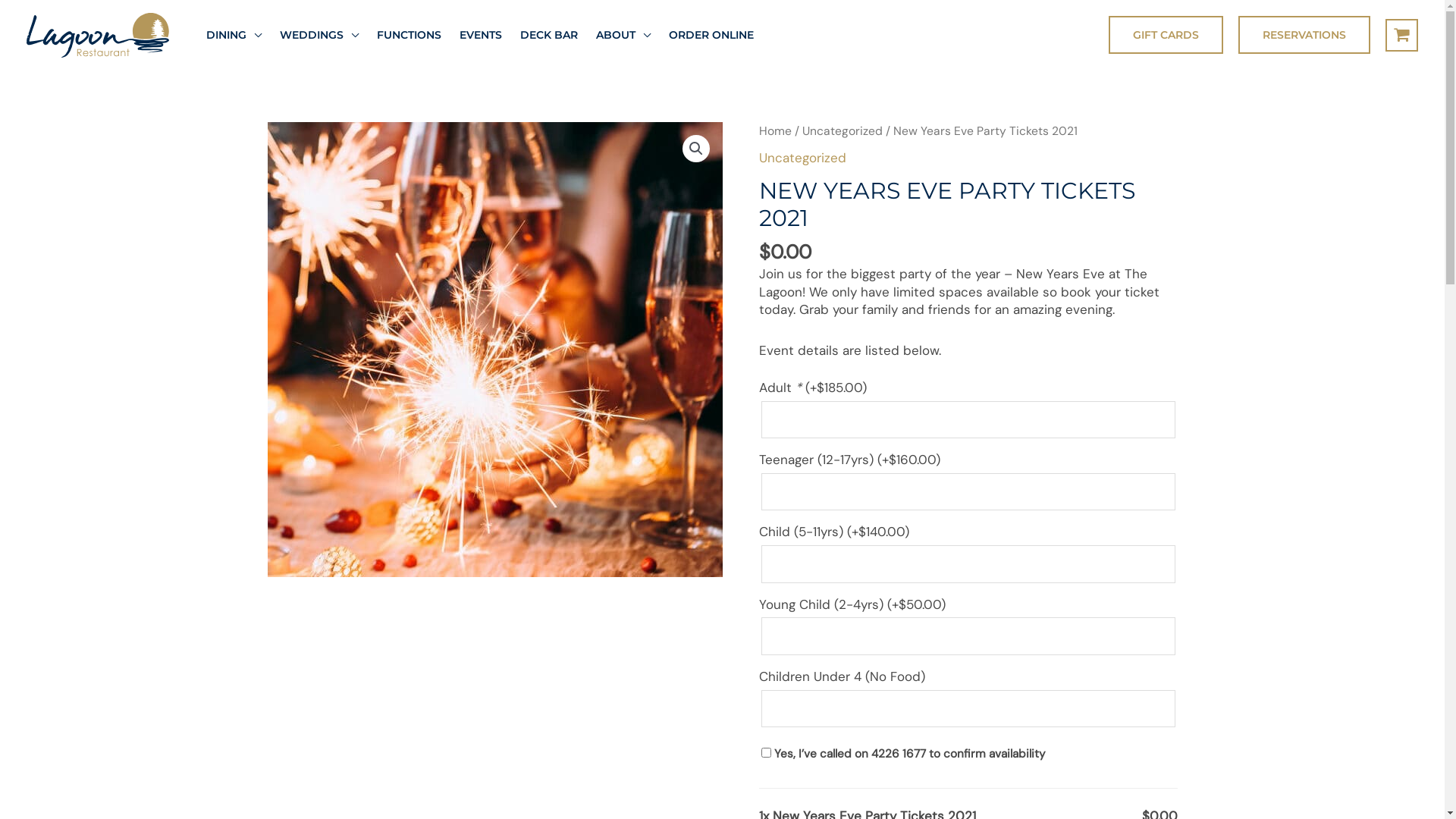 The height and width of the screenshot is (819, 1456). I want to click on 'EVENTS', so click(479, 34).